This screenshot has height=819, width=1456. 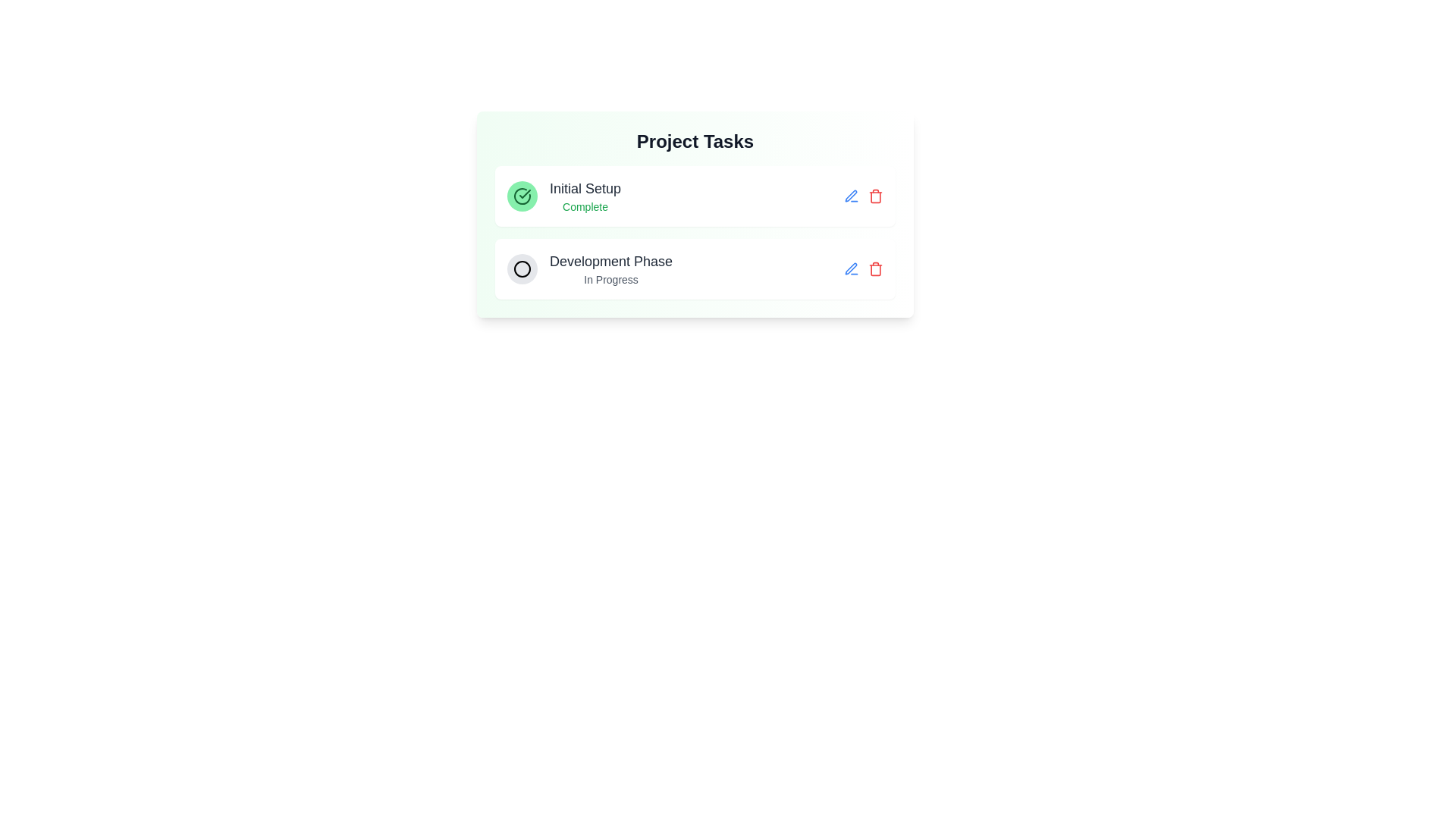 I want to click on the red trash bin icon located at the far right of the task 'Initial Setup - Complete', so click(x=863, y=195).